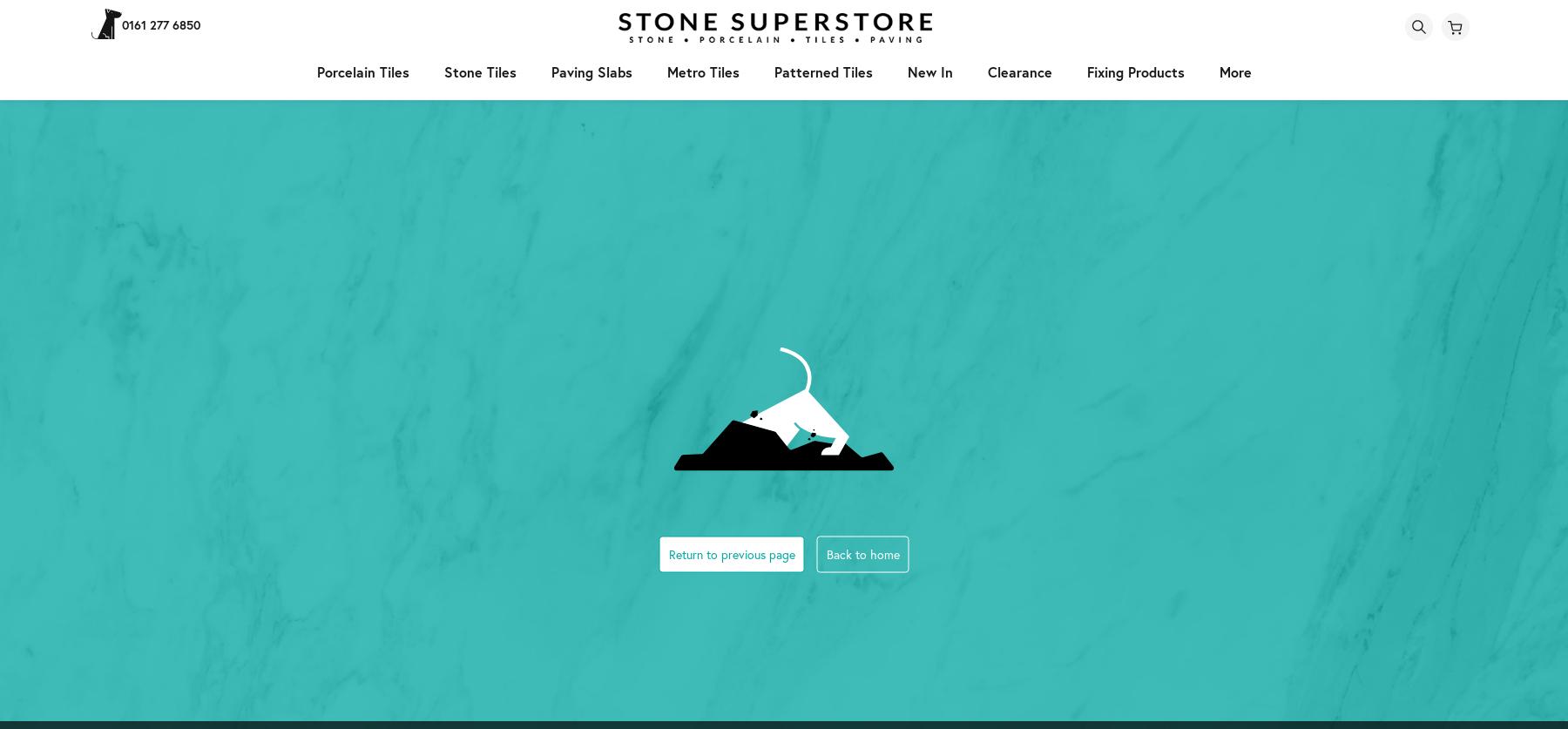  I want to click on 'stone tiles', so click(443, 71).